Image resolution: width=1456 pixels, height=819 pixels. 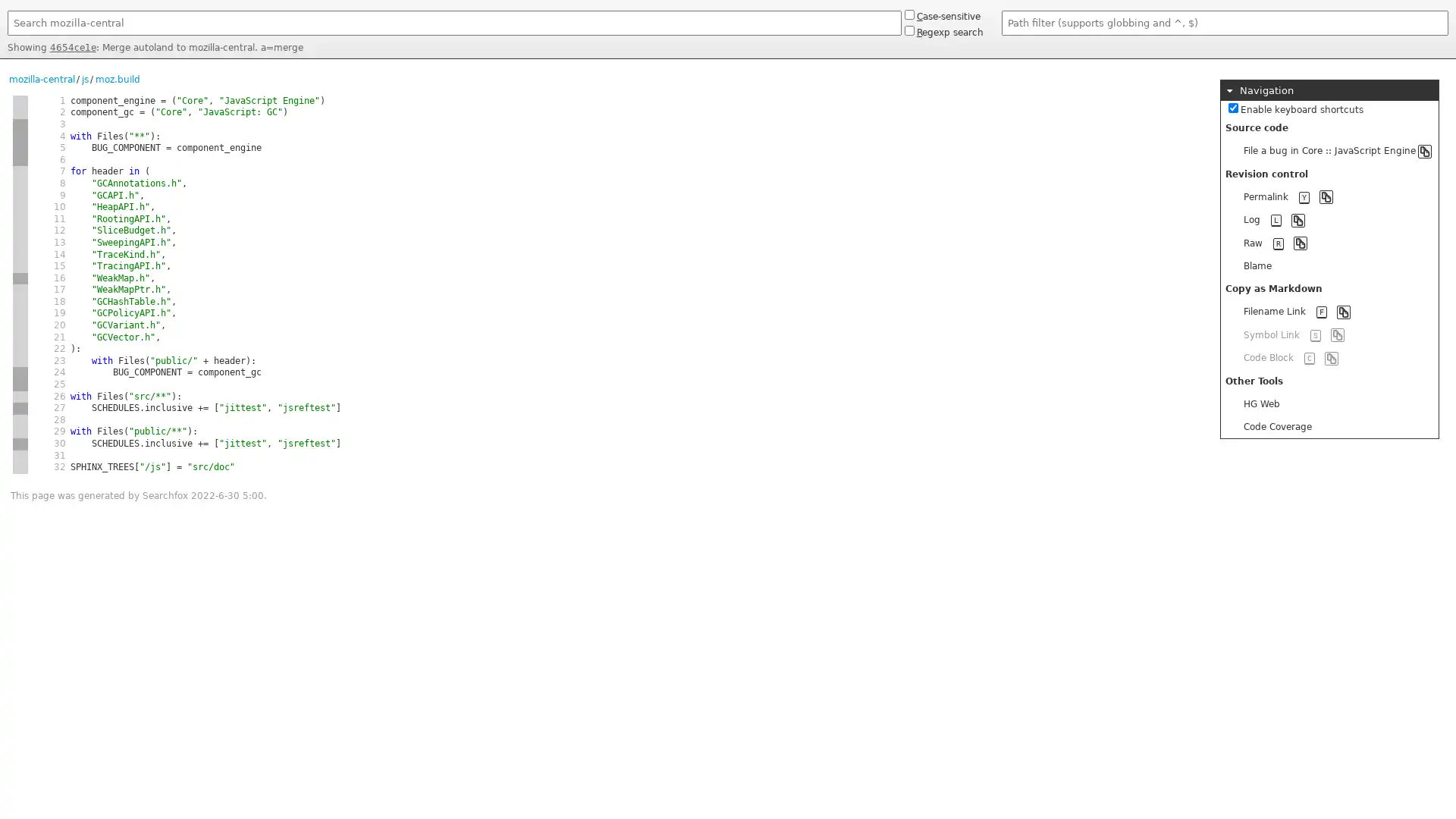 I want to click on Symbol Link S, so click(x=1329, y=334).